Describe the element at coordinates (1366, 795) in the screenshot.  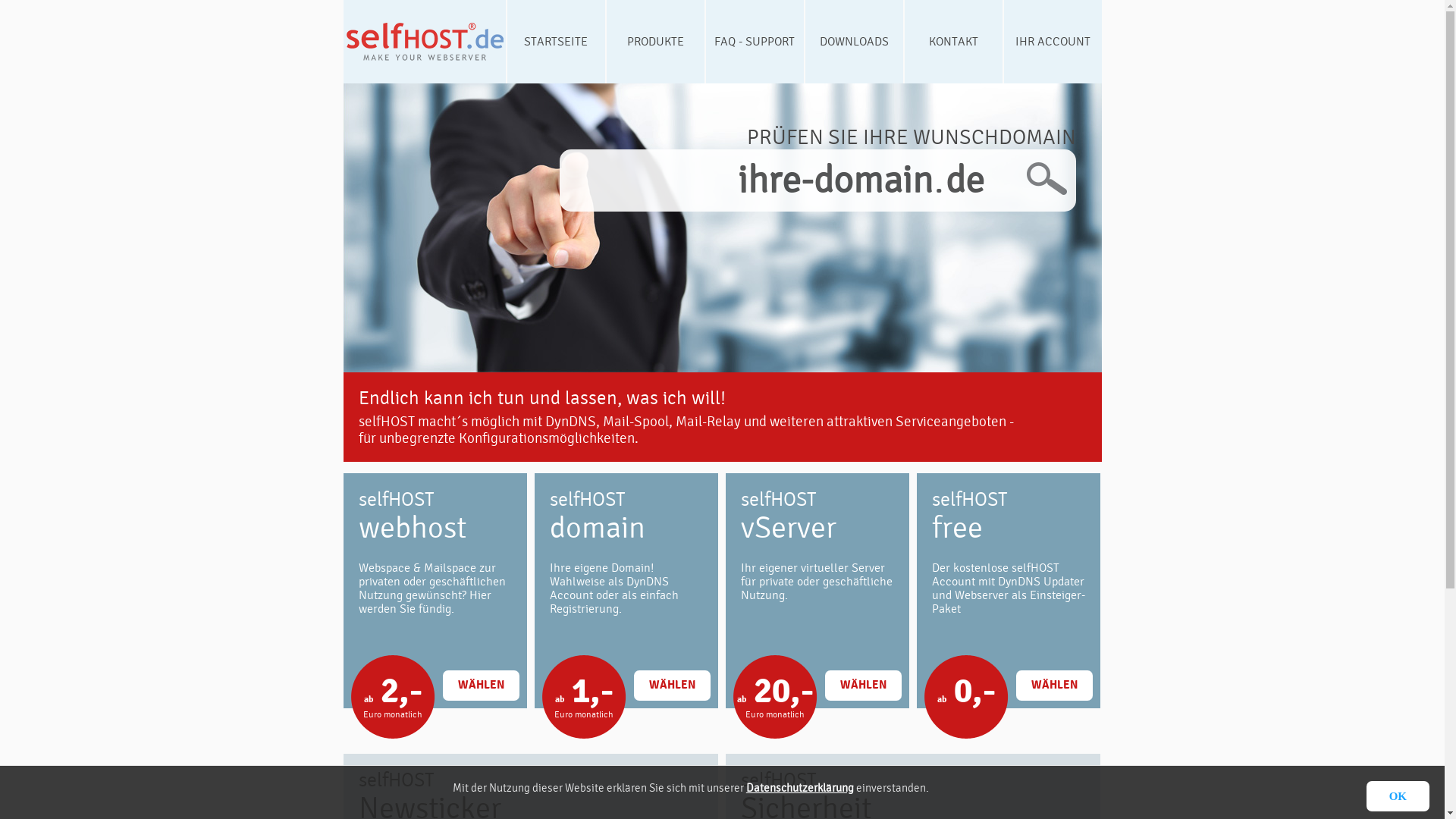
I see `'OK'` at that location.